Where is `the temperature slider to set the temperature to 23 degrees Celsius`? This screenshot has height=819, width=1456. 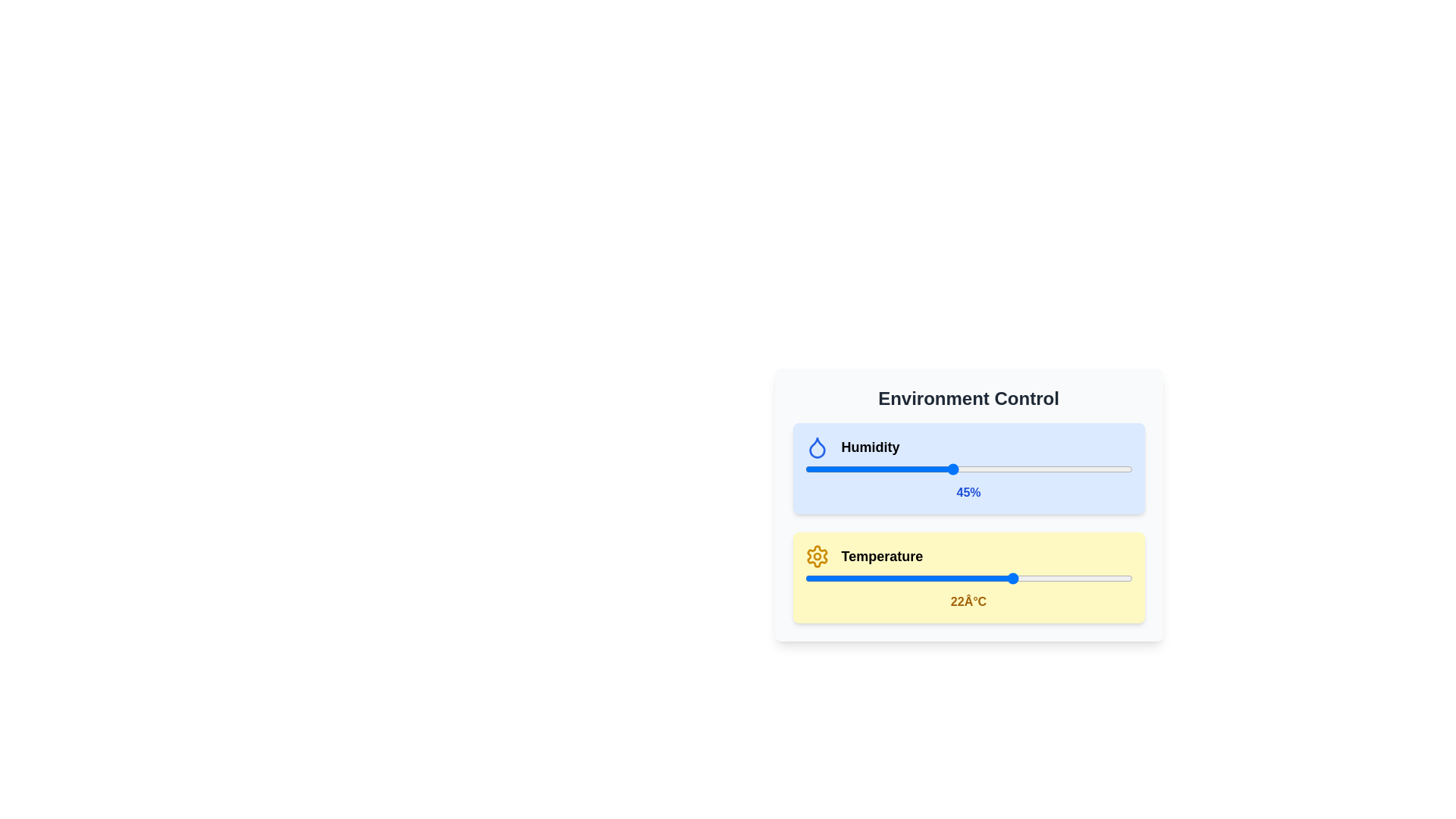 the temperature slider to set the temperature to 23 degrees Celsius is located at coordinates (1021, 579).